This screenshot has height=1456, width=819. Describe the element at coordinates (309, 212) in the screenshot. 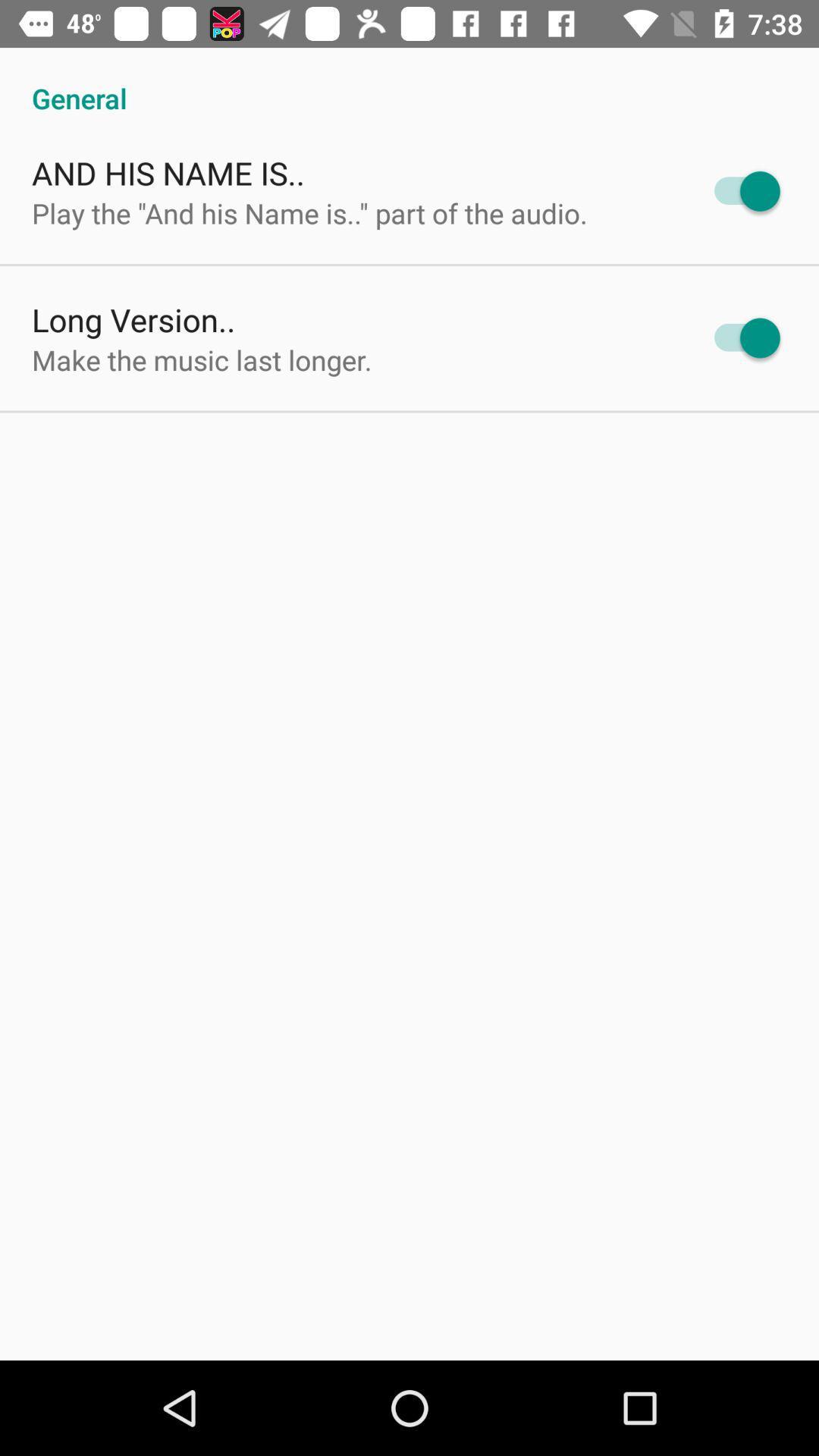

I see `the play the and` at that location.